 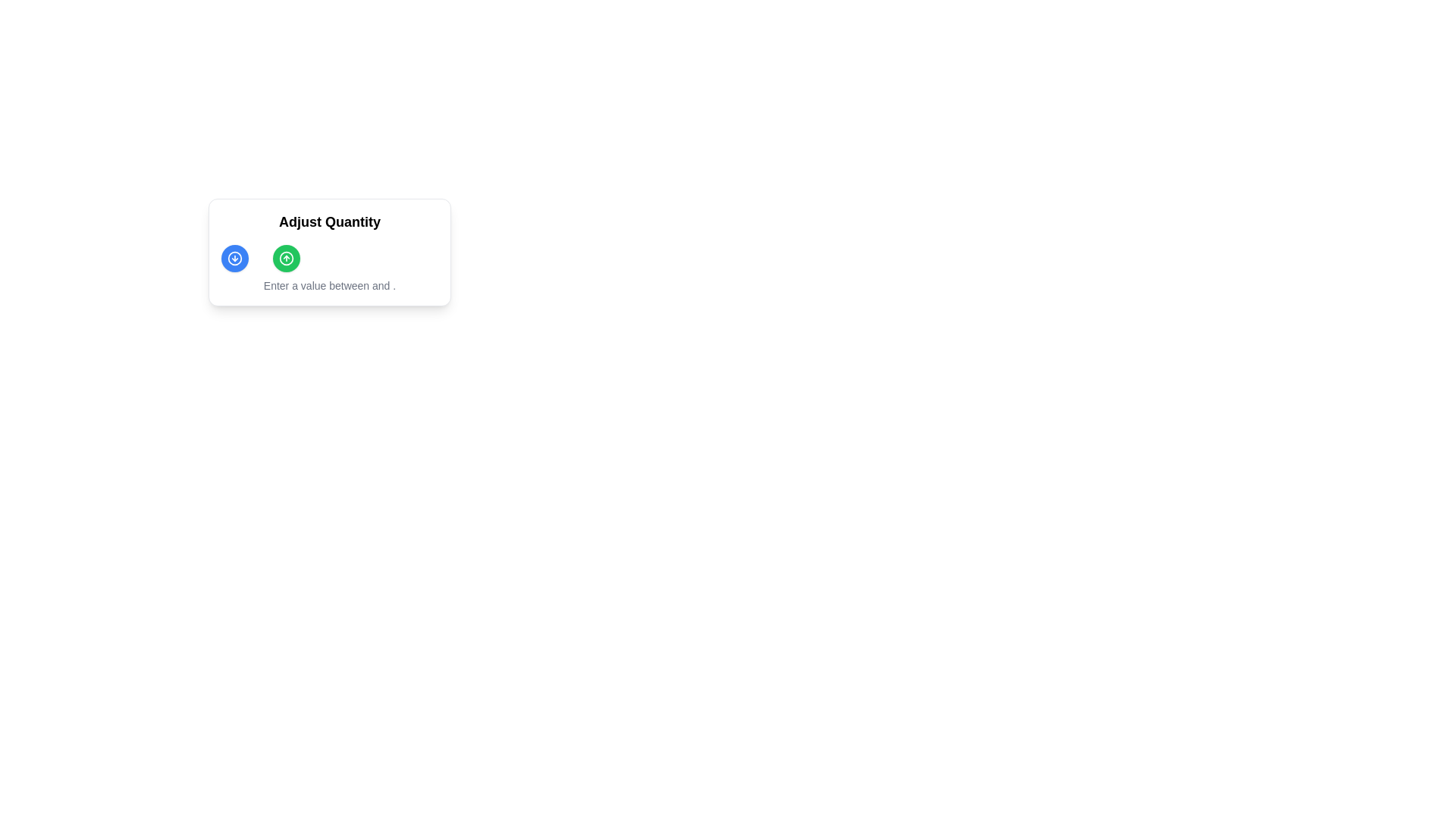 What do you see at coordinates (234, 257) in the screenshot?
I see `the leftmost circular button with a blue background and a white downward arrow icon` at bounding box center [234, 257].